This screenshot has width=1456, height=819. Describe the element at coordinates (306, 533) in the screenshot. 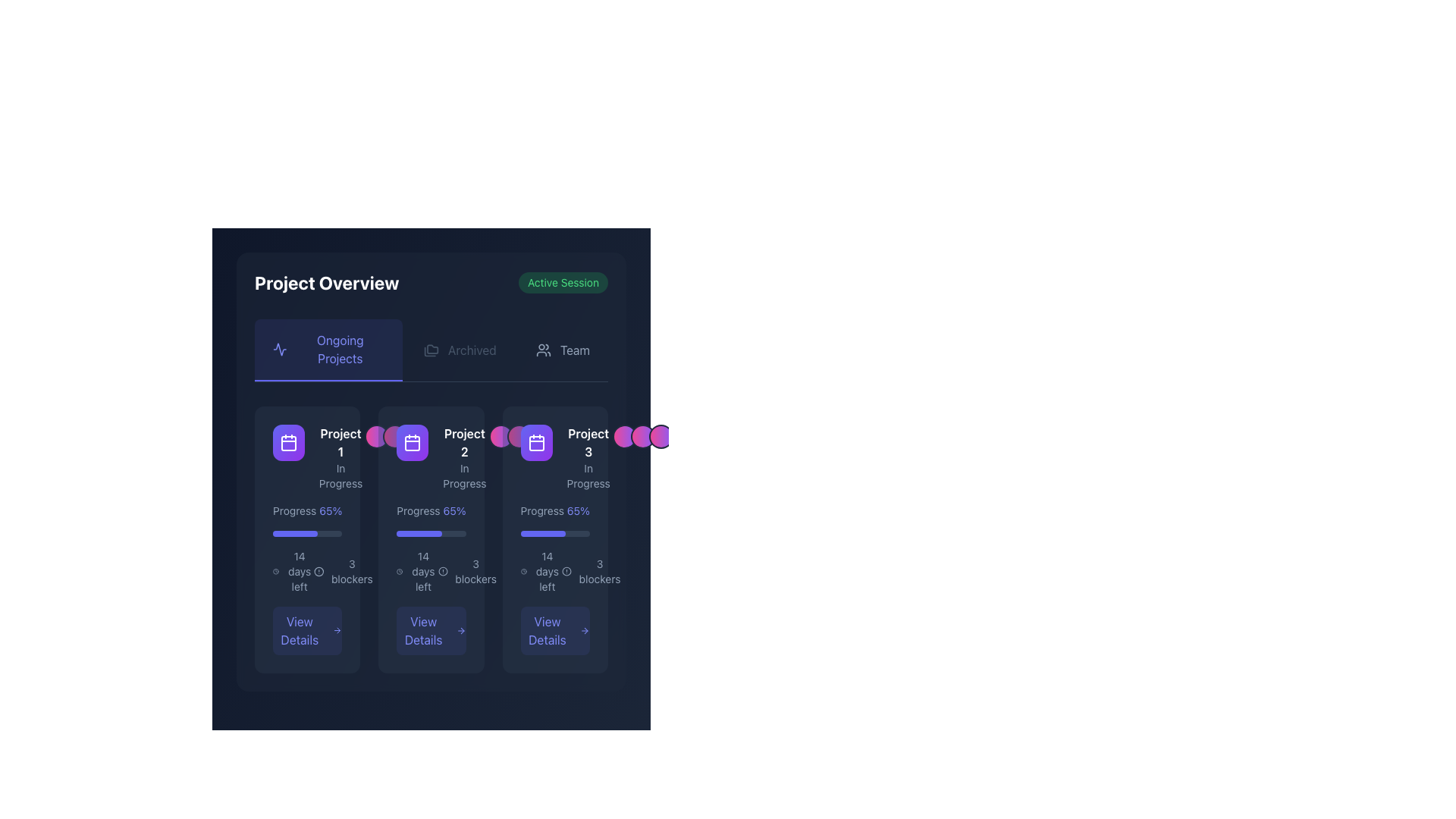

I see `the progress bar indicating 65% completion located beneath the text 'Progress 65%' in Project 1's card` at that location.